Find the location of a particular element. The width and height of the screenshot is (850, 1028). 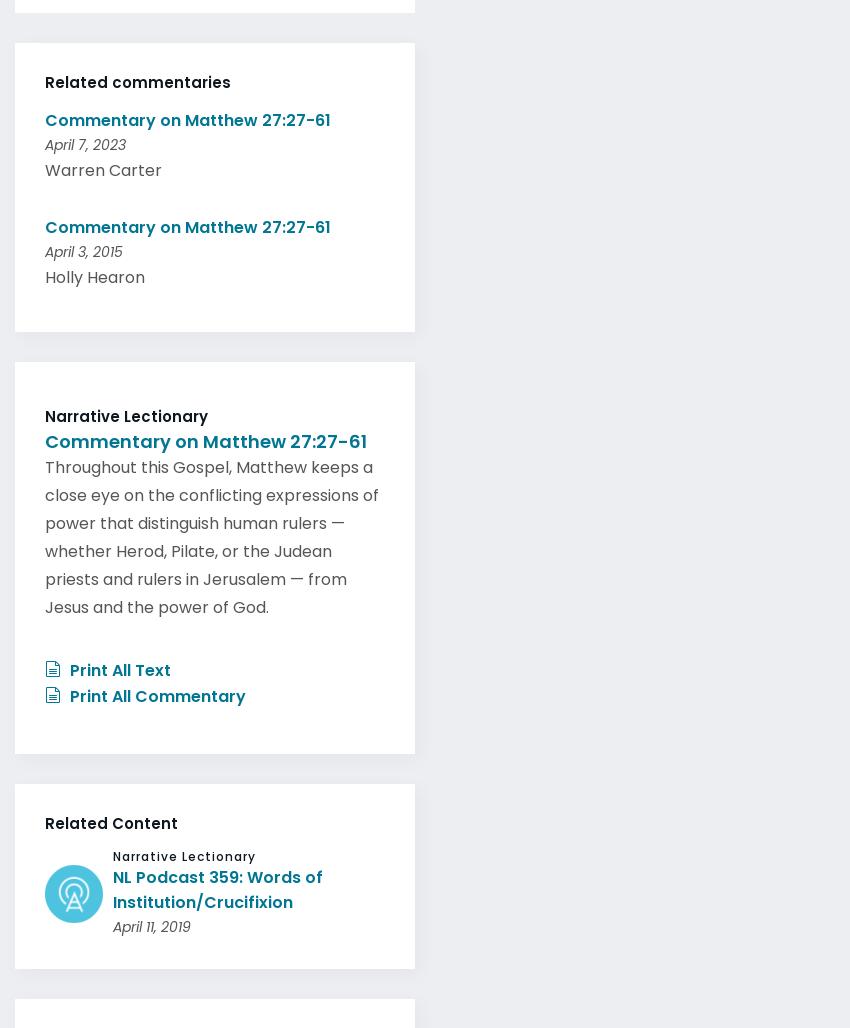

'Throughout this Gospel, Matthew keeps a close eye on the conflicting expressions of power that distinguish human rulers — whether Herod, Pilate, or the Judean priests and rulers in Jerusalem — from Jesus and the power of God.' is located at coordinates (44, 531).